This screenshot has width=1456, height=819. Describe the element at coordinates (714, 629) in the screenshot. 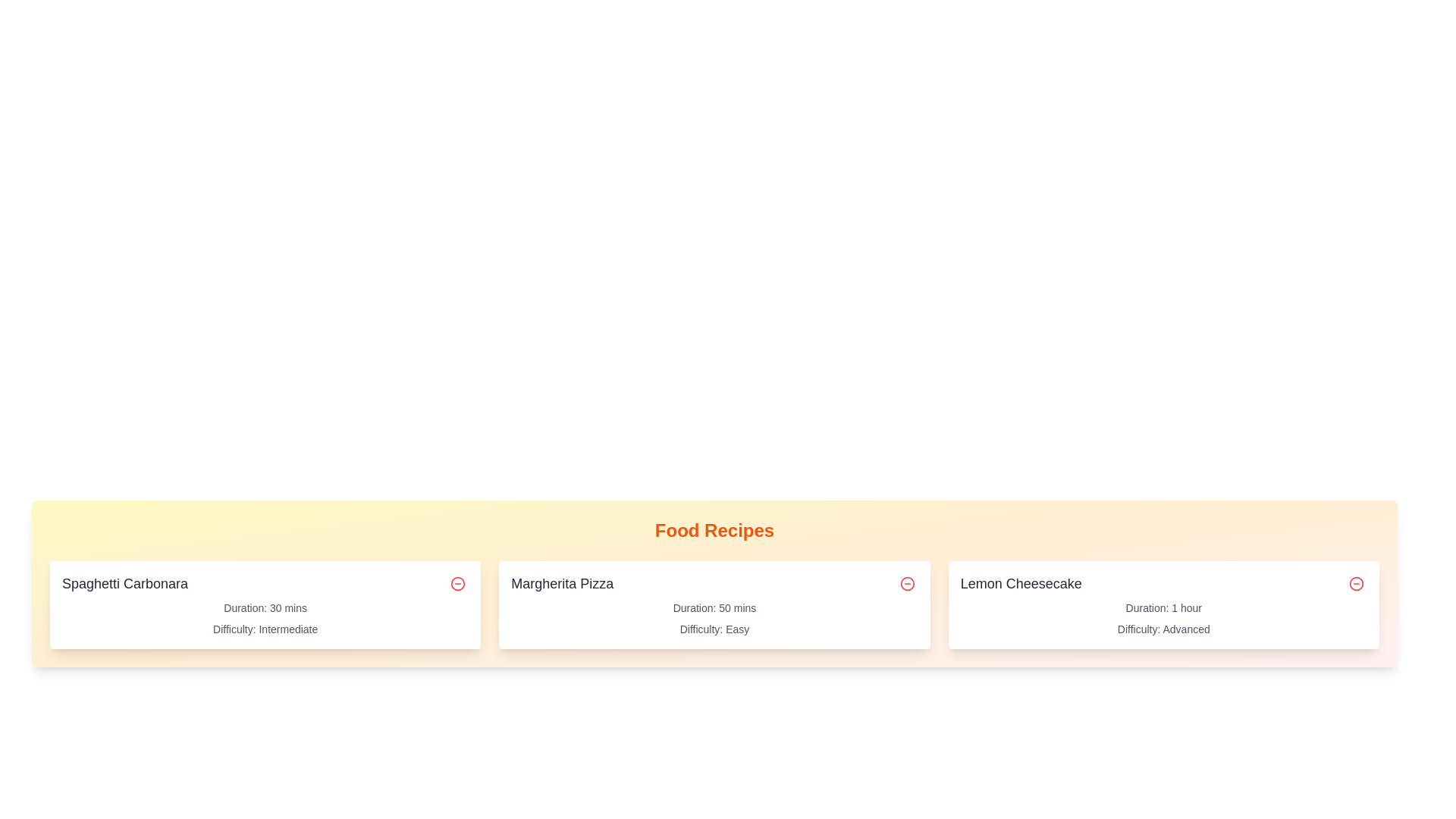

I see `the static text label that displays 'Difficulty: Easy', which is styled with a small gray font and positioned below 'Duration: 50 mins' in the 'Margherita Pizza' card` at that location.